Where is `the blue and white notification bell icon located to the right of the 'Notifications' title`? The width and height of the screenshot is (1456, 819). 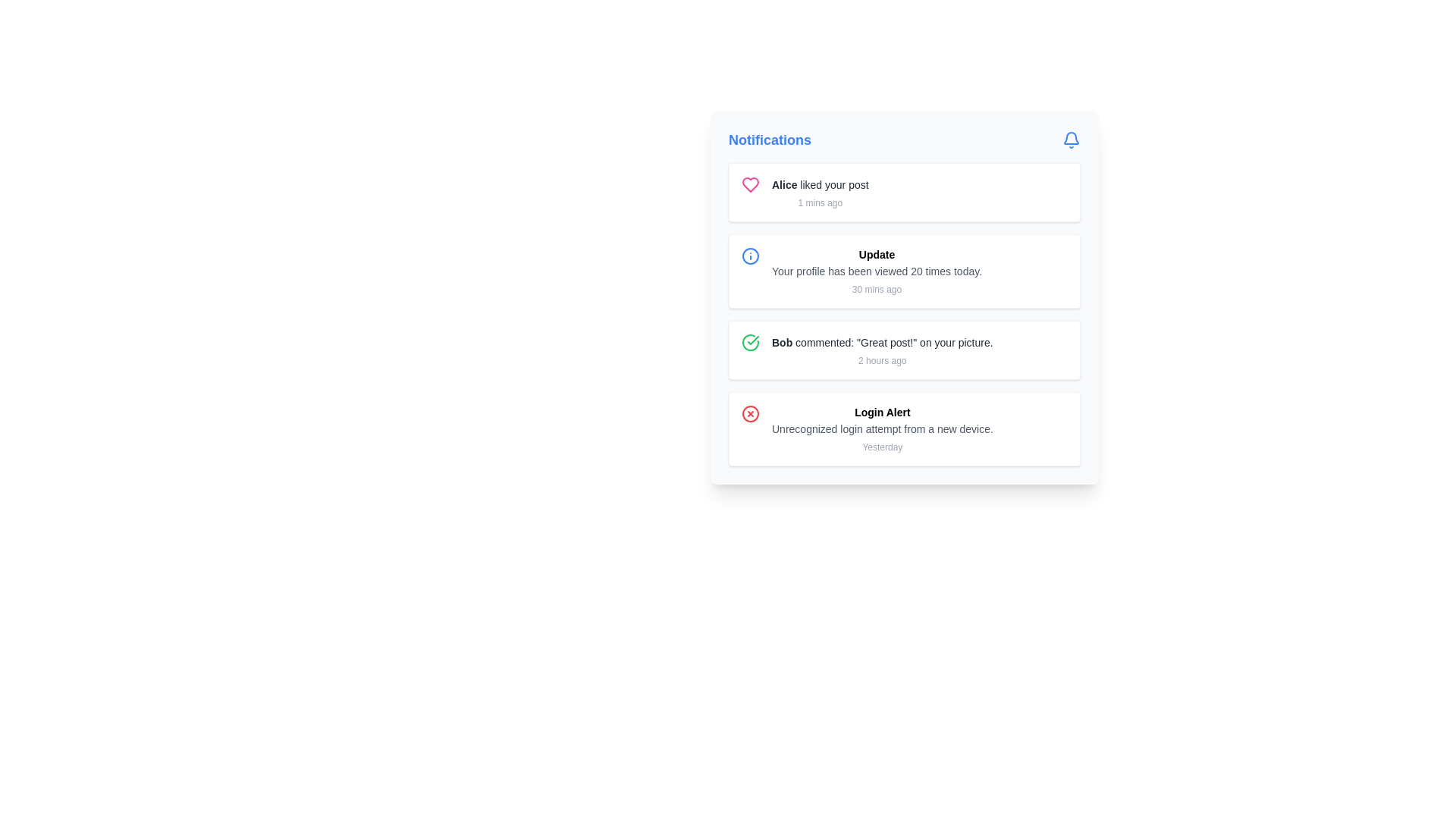
the blue and white notification bell icon located to the right of the 'Notifications' title is located at coordinates (1070, 140).